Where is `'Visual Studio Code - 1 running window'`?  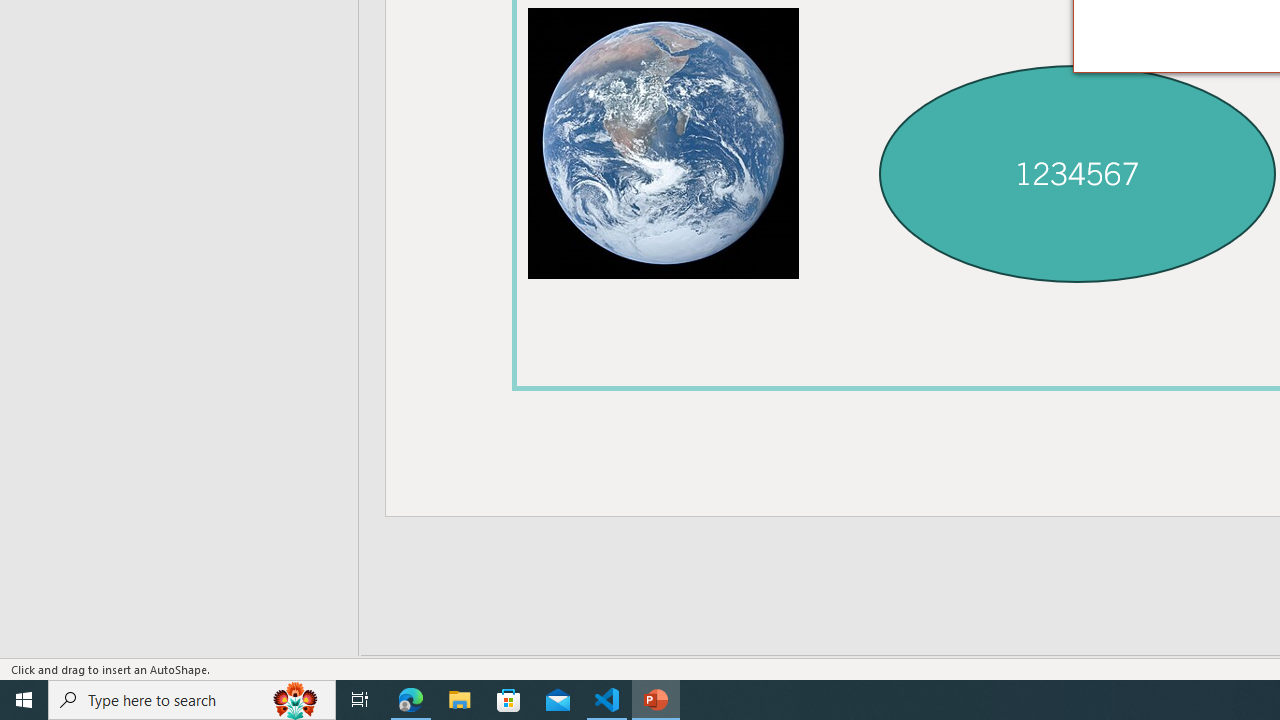
'Visual Studio Code - 1 running window' is located at coordinates (606, 698).